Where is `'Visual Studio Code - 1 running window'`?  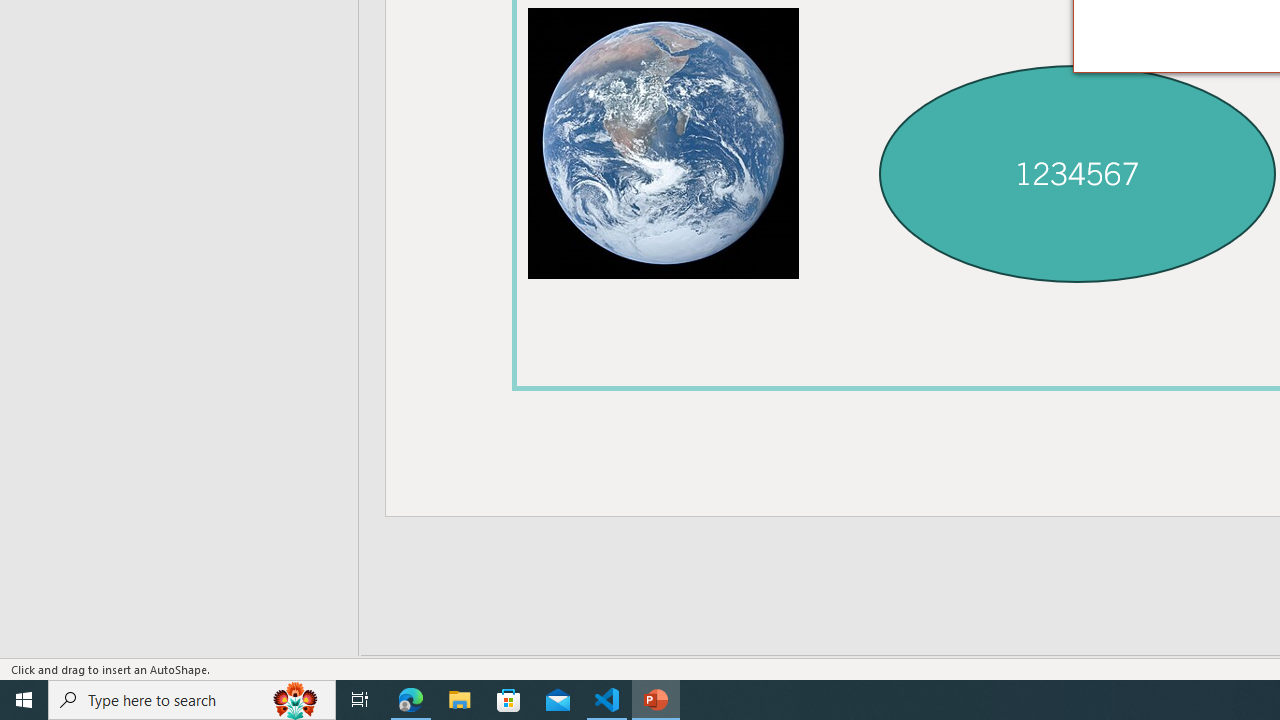
'Visual Studio Code - 1 running window' is located at coordinates (606, 698).